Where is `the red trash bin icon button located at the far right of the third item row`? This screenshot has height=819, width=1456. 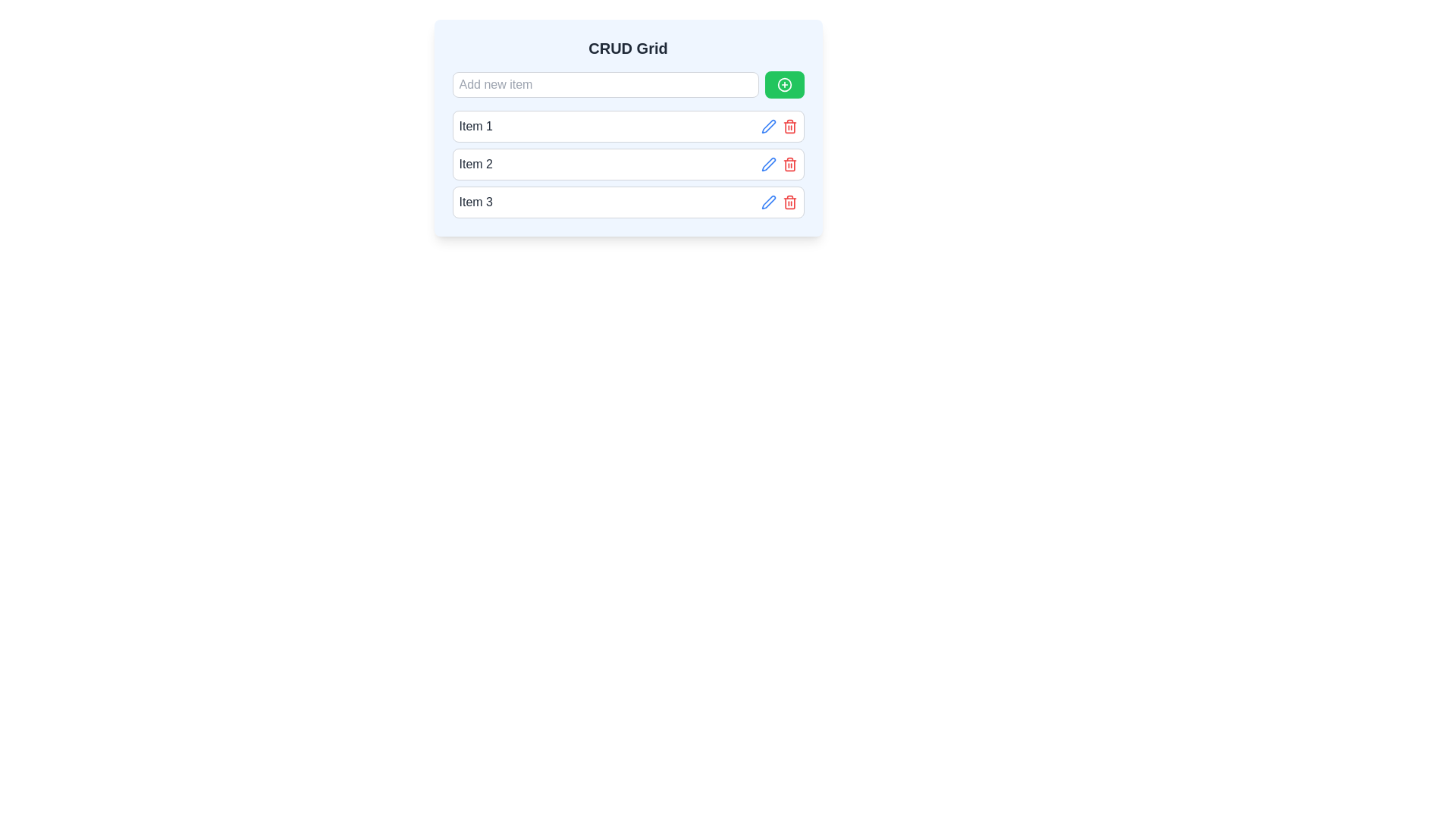
the red trash bin icon button located at the far right of the third item row is located at coordinates (789, 201).